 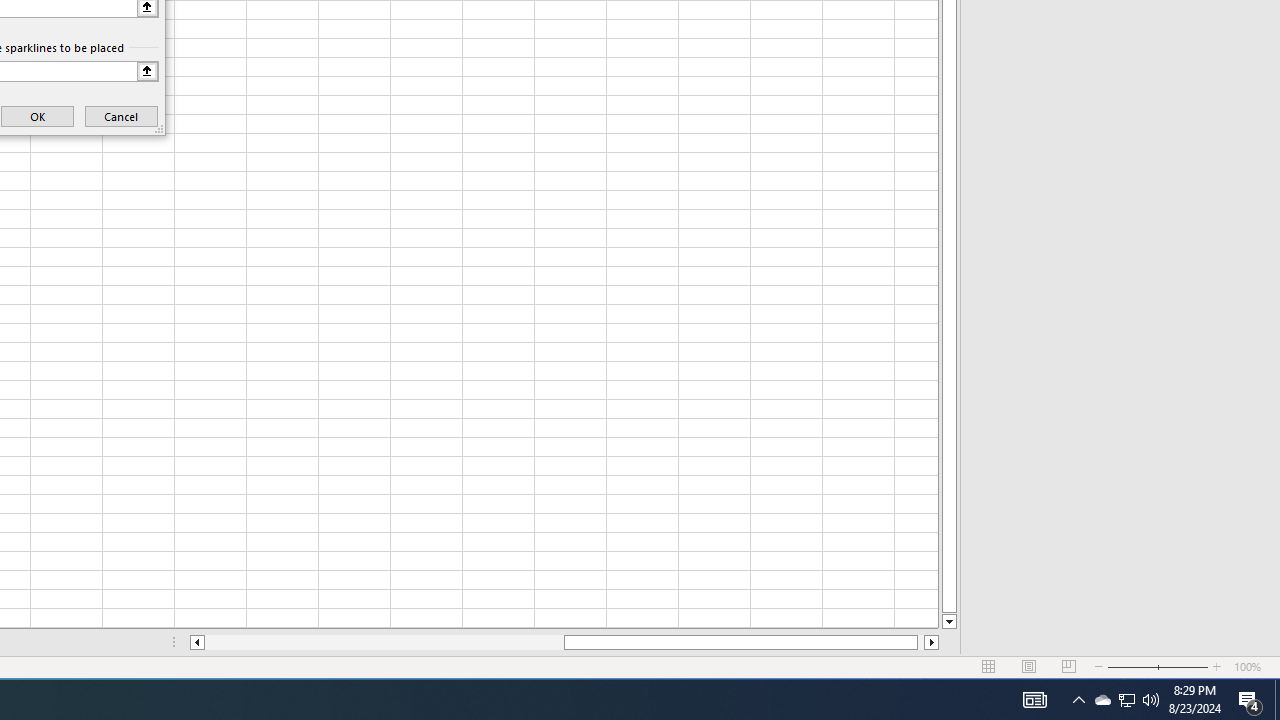 I want to click on 'Zoom', so click(x=1158, y=667).